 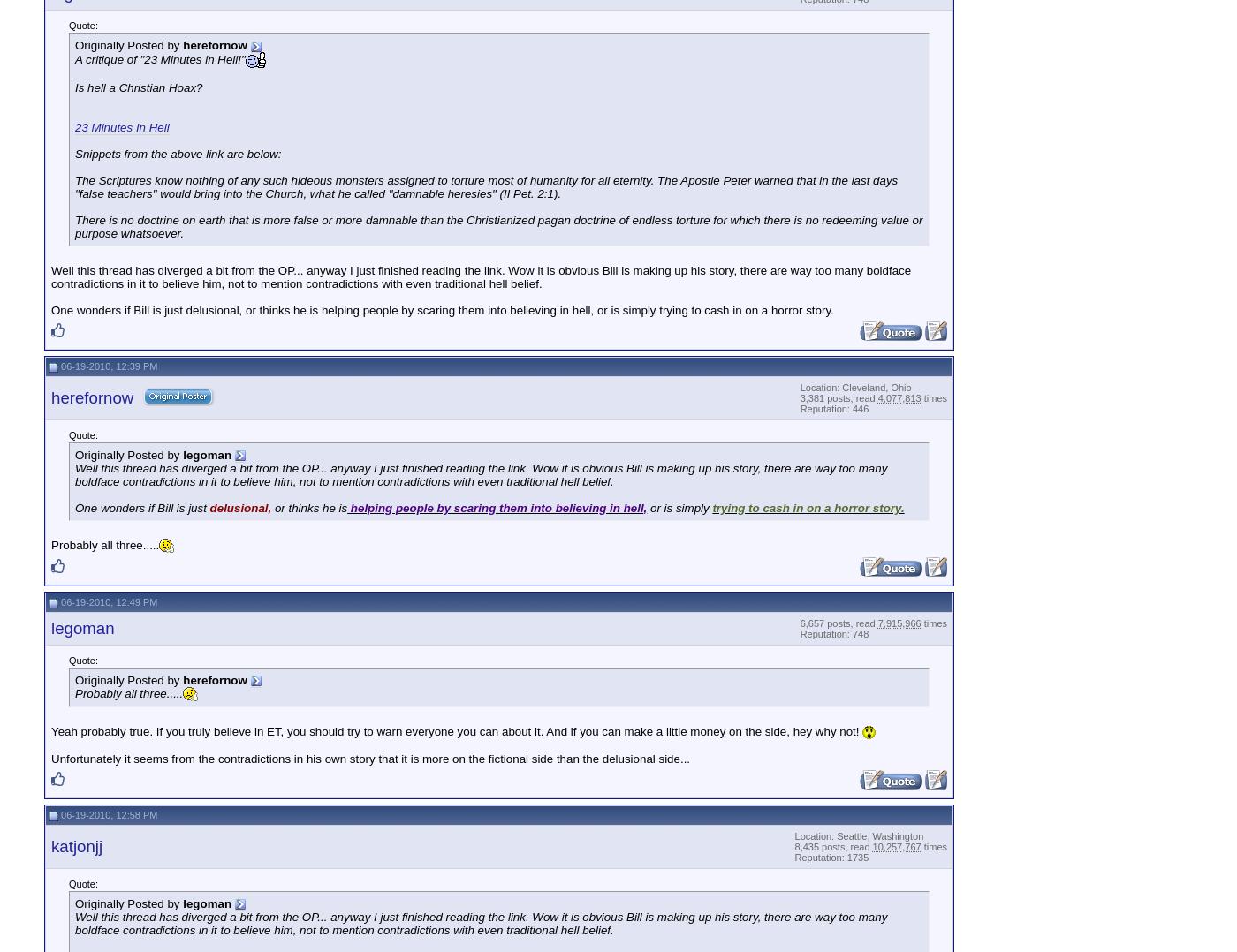 What do you see at coordinates (442, 310) in the screenshot?
I see `'One wonders if Bill is just delusional, or thinks he is helping people by scaring them into believing in hell, or is simply trying to cash in on a horror story.'` at bounding box center [442, 310].